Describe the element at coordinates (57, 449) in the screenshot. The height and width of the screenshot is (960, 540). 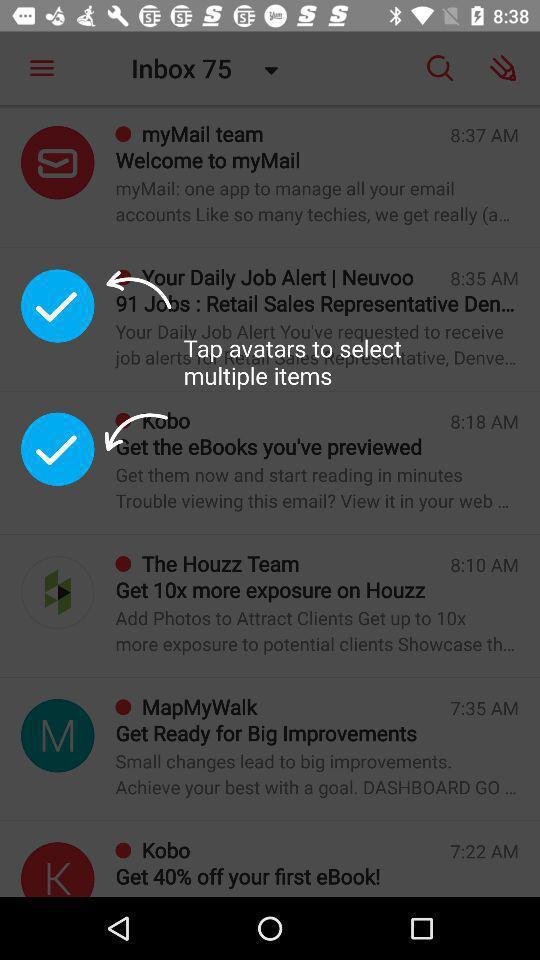
I see `the check icon` at that location.